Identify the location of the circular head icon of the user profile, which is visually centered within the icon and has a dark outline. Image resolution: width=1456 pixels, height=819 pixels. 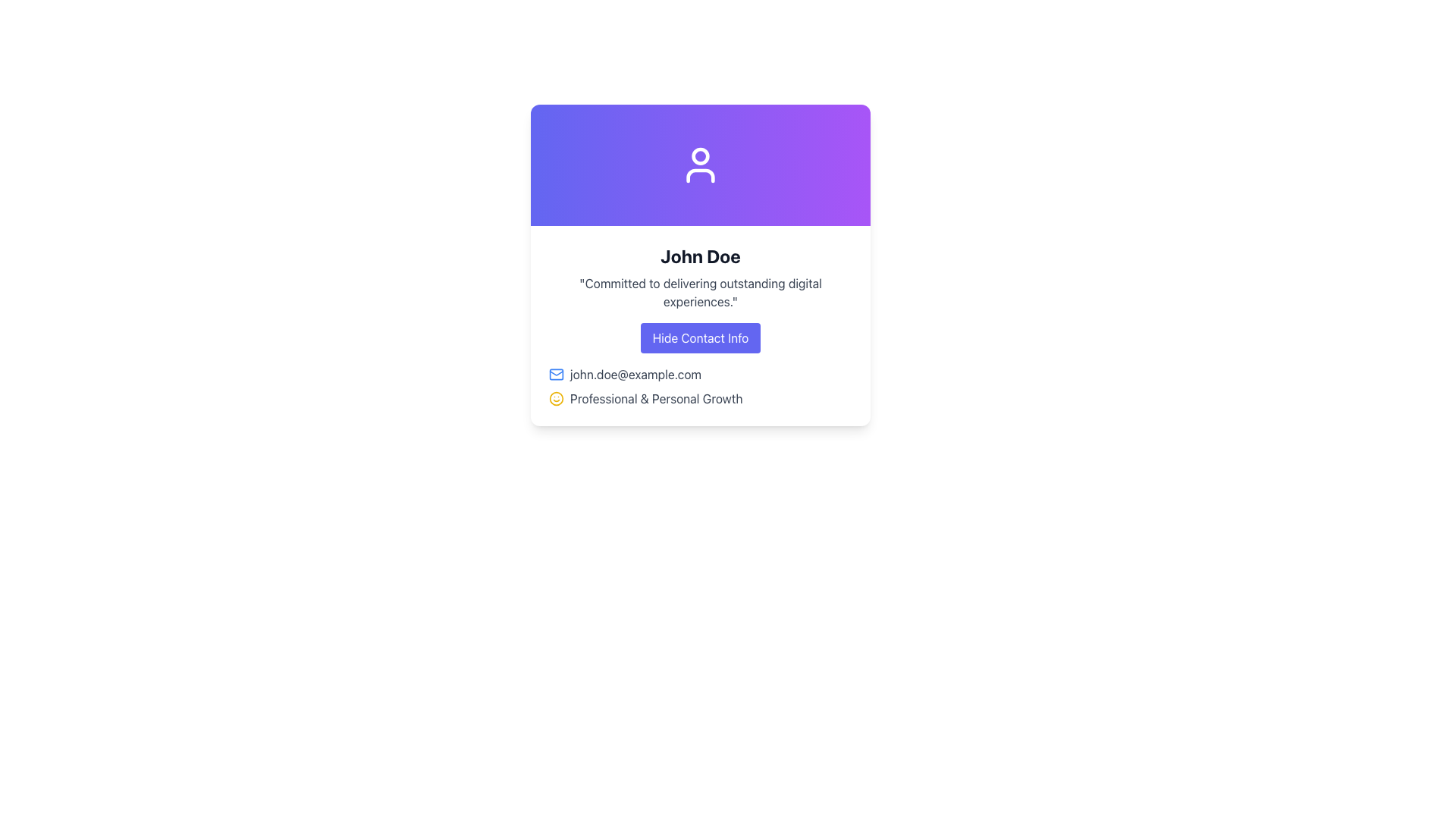
(700, 155).